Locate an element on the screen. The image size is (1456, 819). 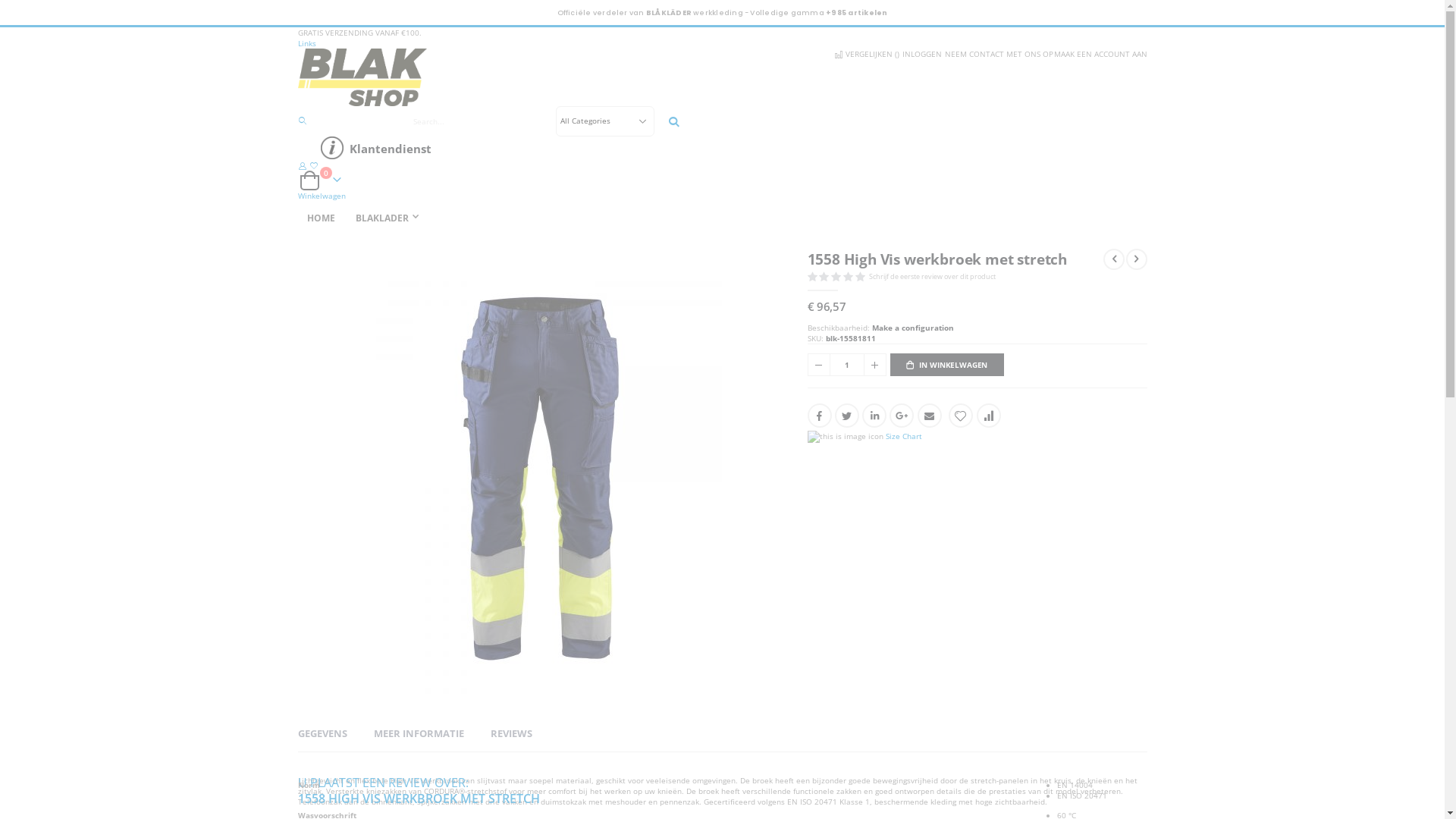
'Google +' is located at coordinates (889, 415).